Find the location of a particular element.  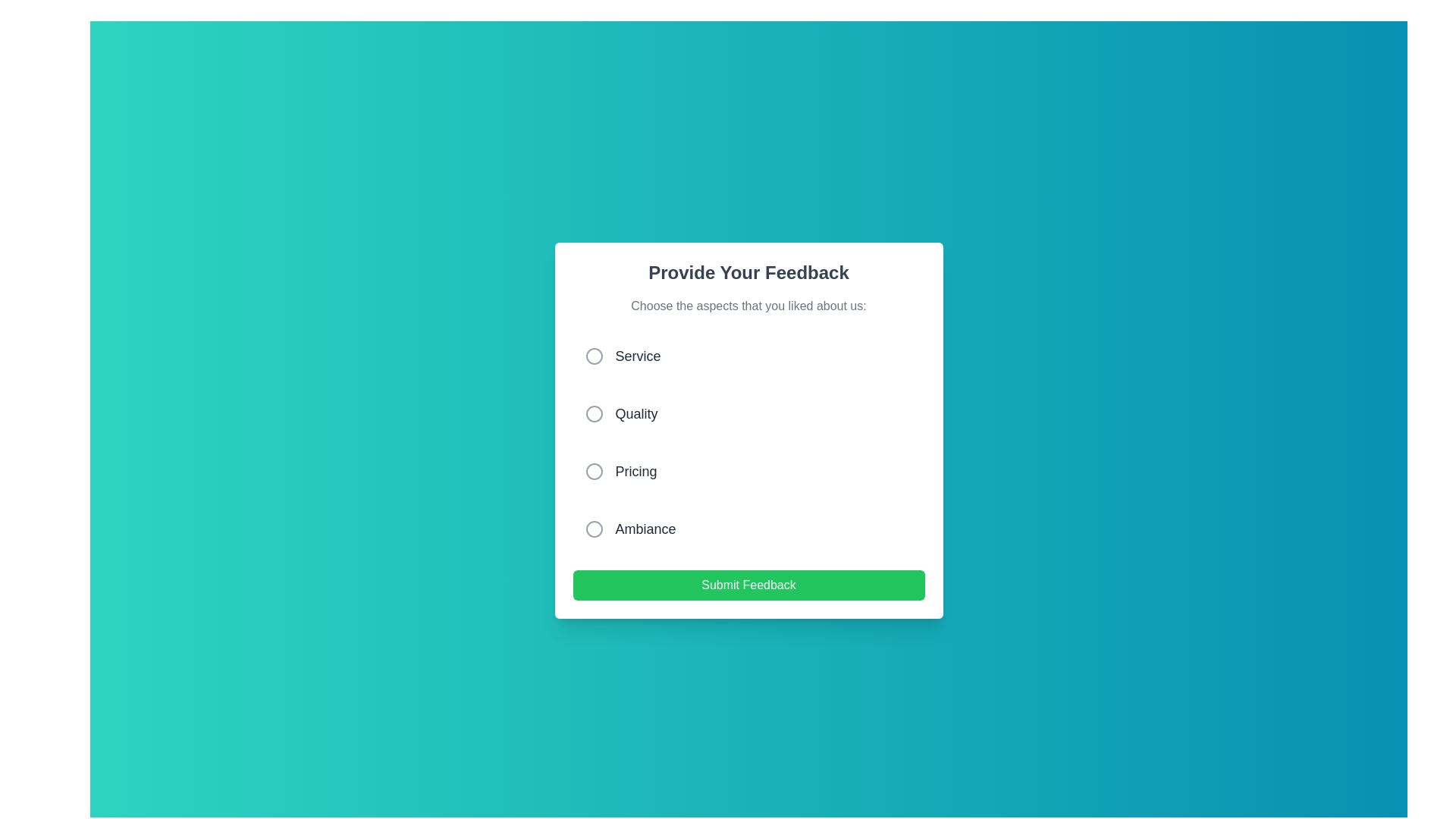

the aspect row corresponding to Service is located at coordinates (748, 356).